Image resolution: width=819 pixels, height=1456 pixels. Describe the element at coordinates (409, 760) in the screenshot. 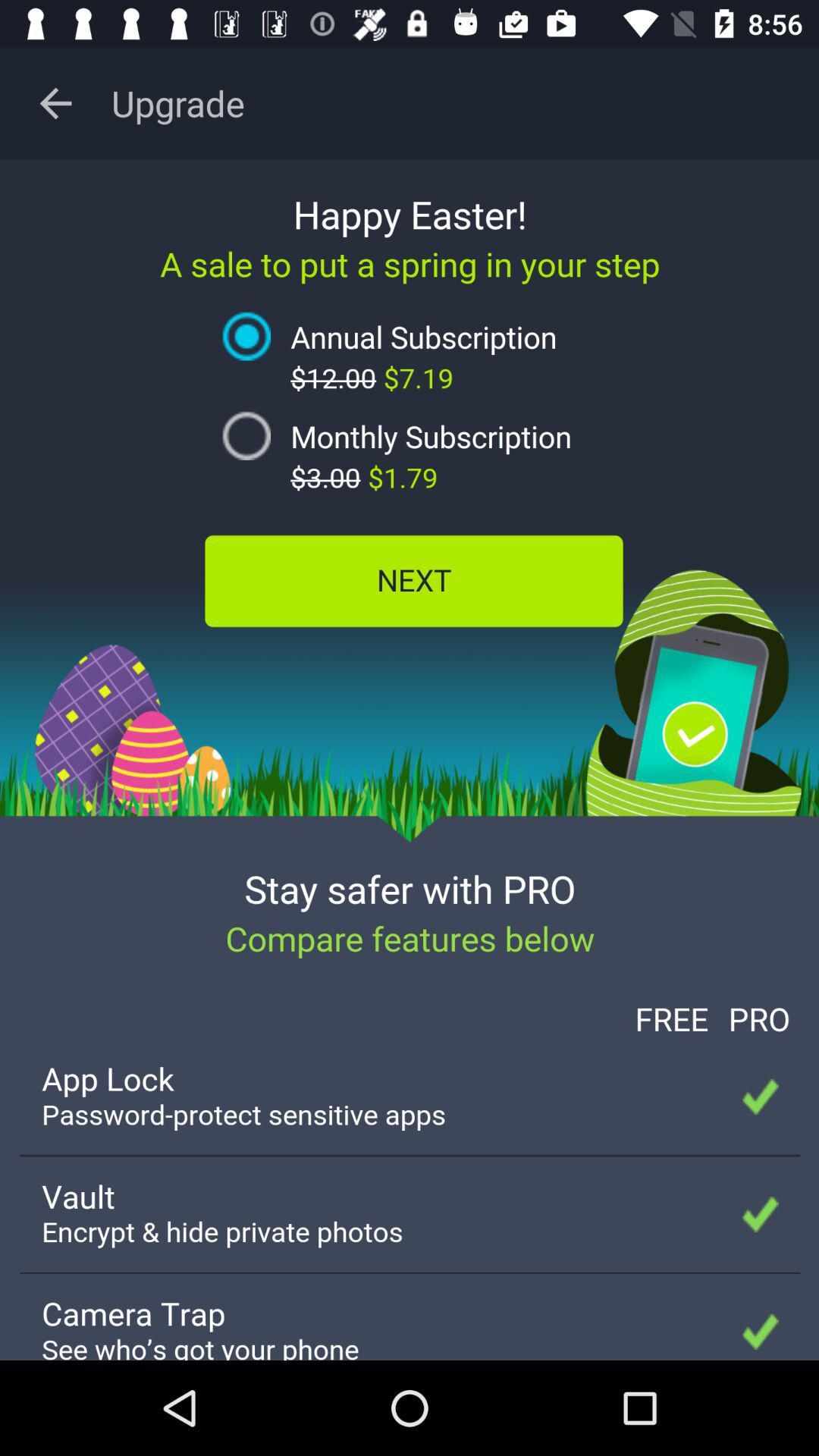

I see `click the full page` at that location.